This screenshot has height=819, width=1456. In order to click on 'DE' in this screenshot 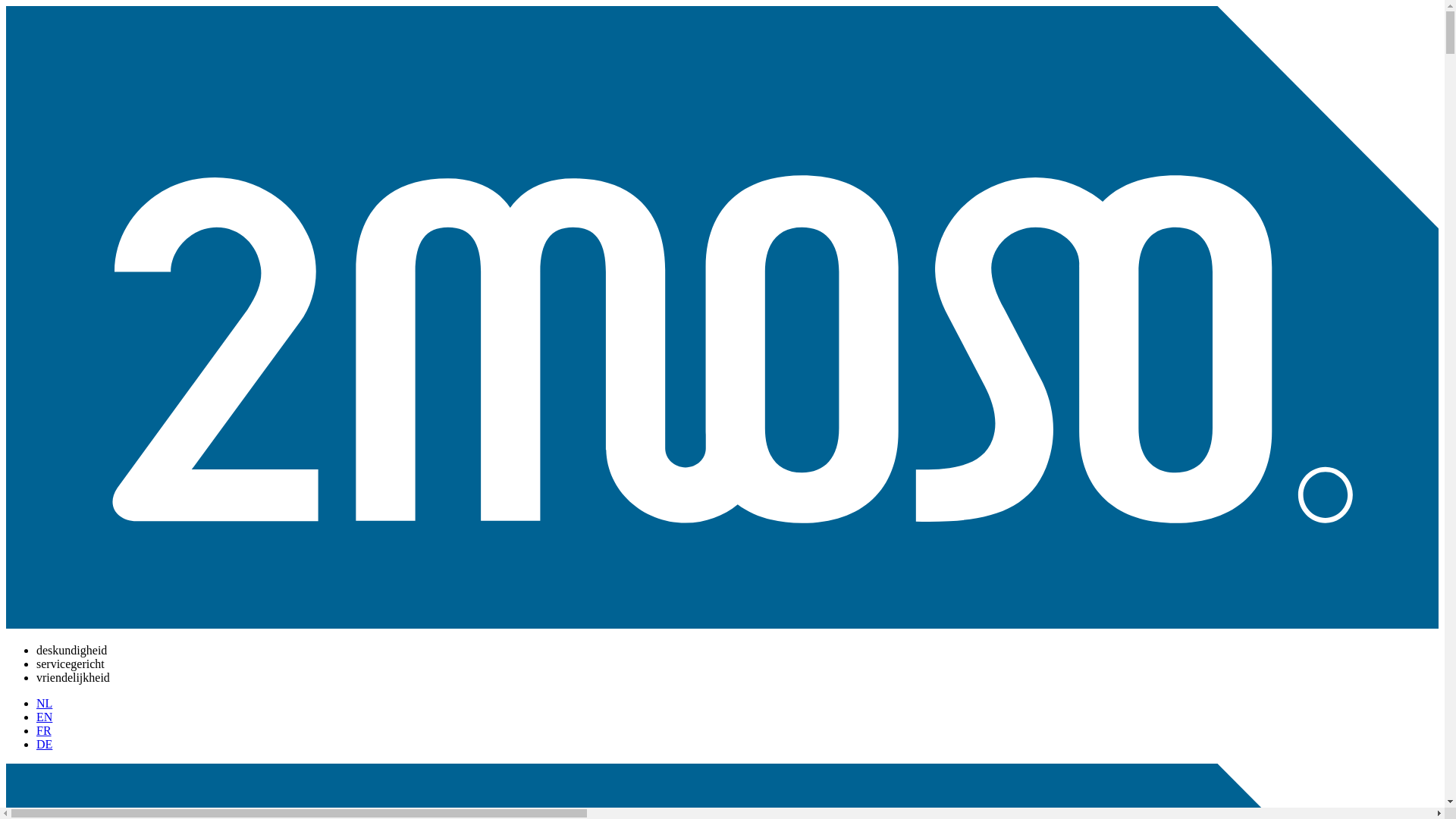, I will do `click(44, 743)`.